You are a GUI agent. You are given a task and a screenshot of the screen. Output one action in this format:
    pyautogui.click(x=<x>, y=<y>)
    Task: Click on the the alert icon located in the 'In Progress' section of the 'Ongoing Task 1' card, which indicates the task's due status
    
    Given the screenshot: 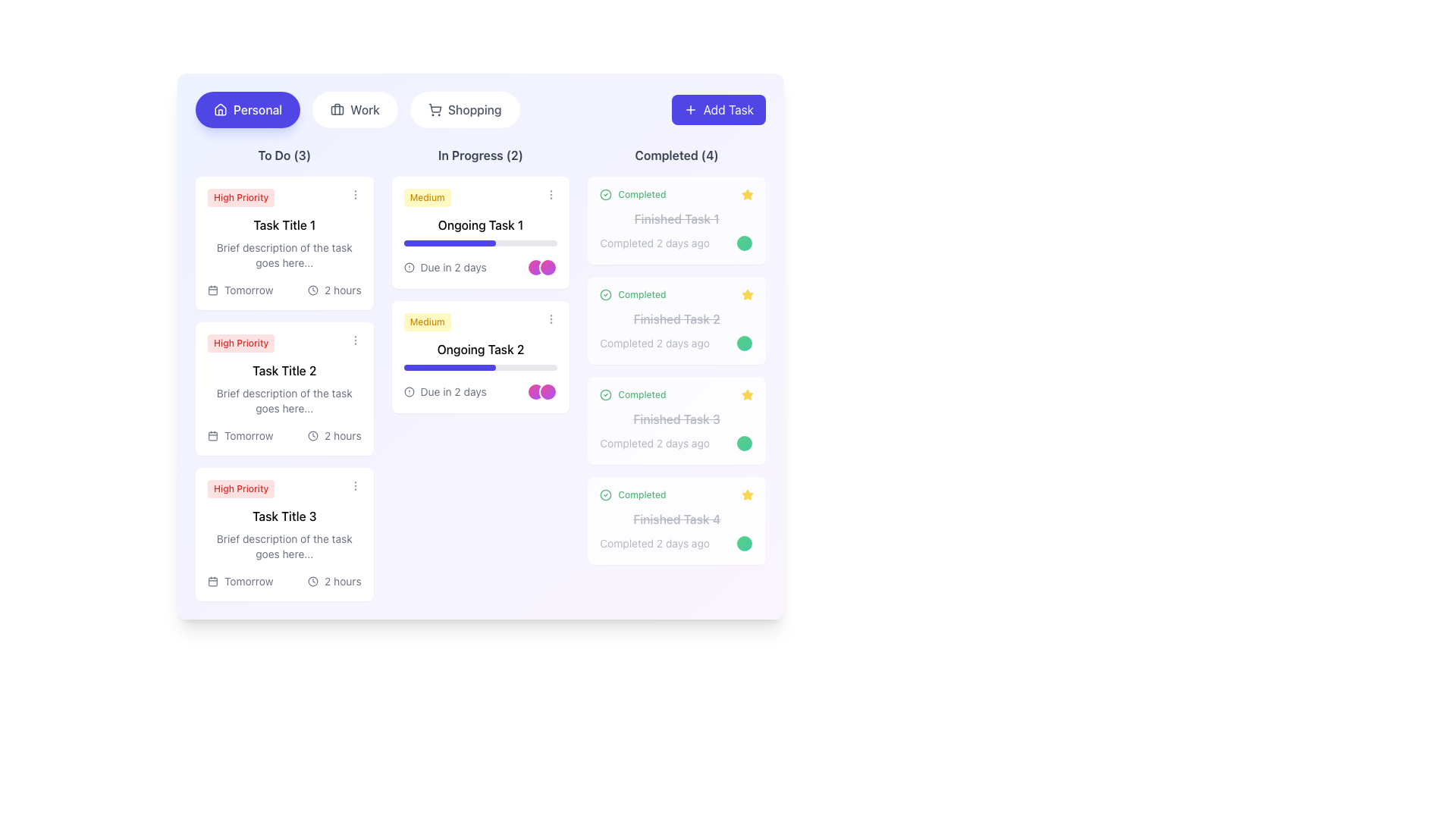 What is the action you would take?
    pyautogui.click(x=409, y=267)
    